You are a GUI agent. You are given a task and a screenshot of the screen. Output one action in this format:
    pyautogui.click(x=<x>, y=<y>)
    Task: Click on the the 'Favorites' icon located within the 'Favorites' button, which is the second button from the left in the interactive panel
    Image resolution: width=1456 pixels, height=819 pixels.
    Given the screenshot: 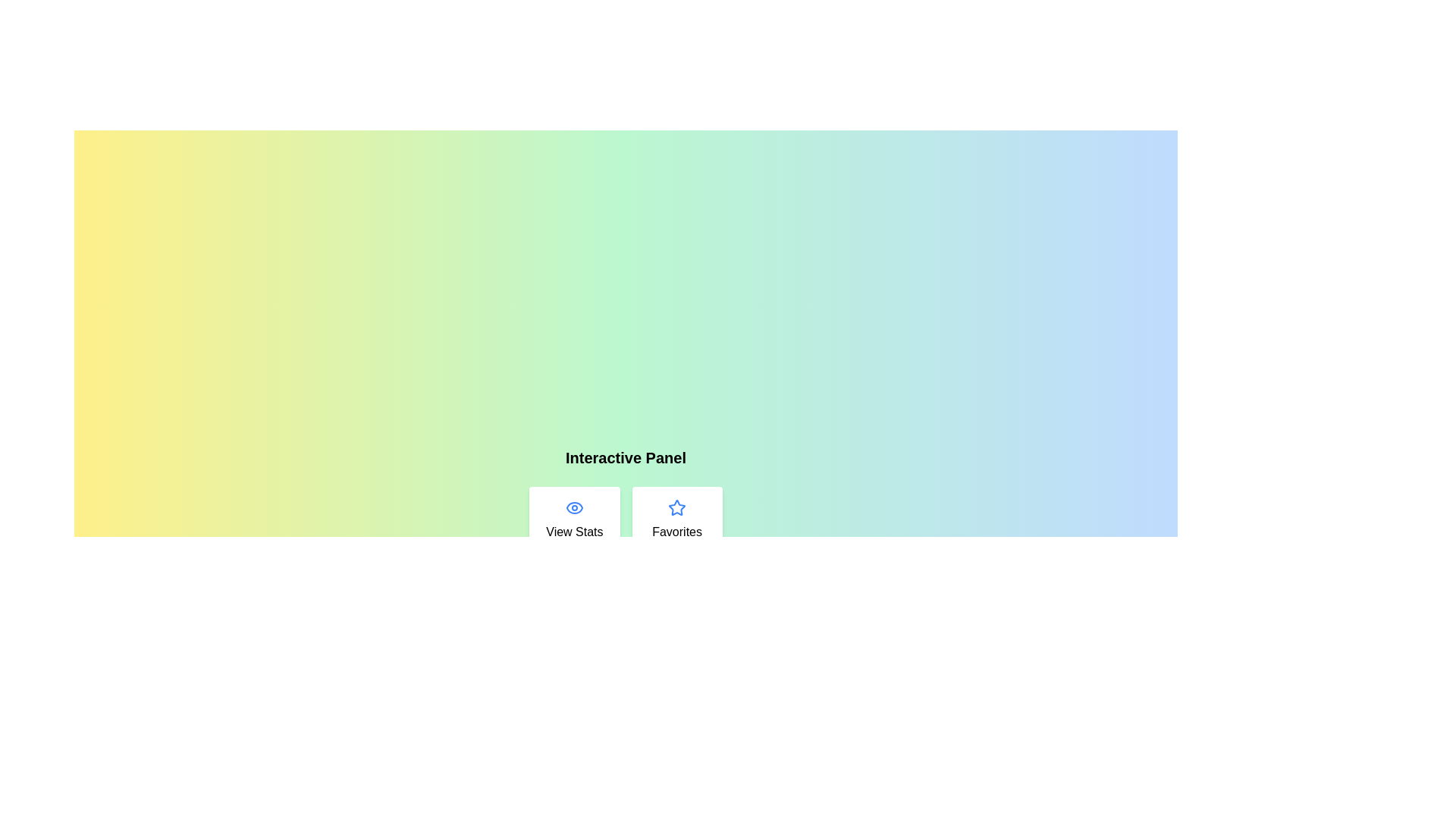 What is the action you would take?
    pyautogui.click(x=676, y=507)
    